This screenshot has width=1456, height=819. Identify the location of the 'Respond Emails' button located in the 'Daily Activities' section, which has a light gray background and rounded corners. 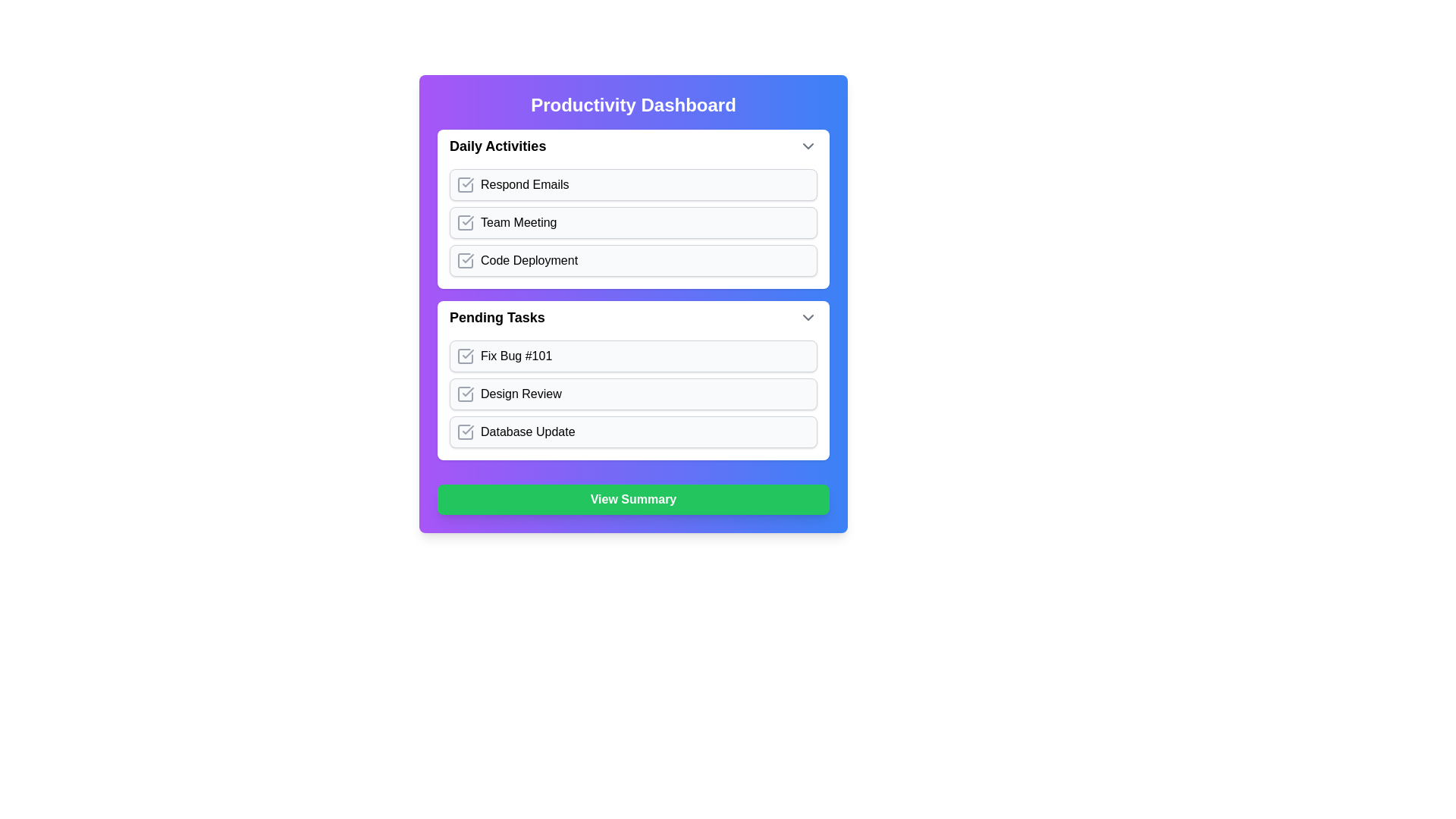
(633, 184).